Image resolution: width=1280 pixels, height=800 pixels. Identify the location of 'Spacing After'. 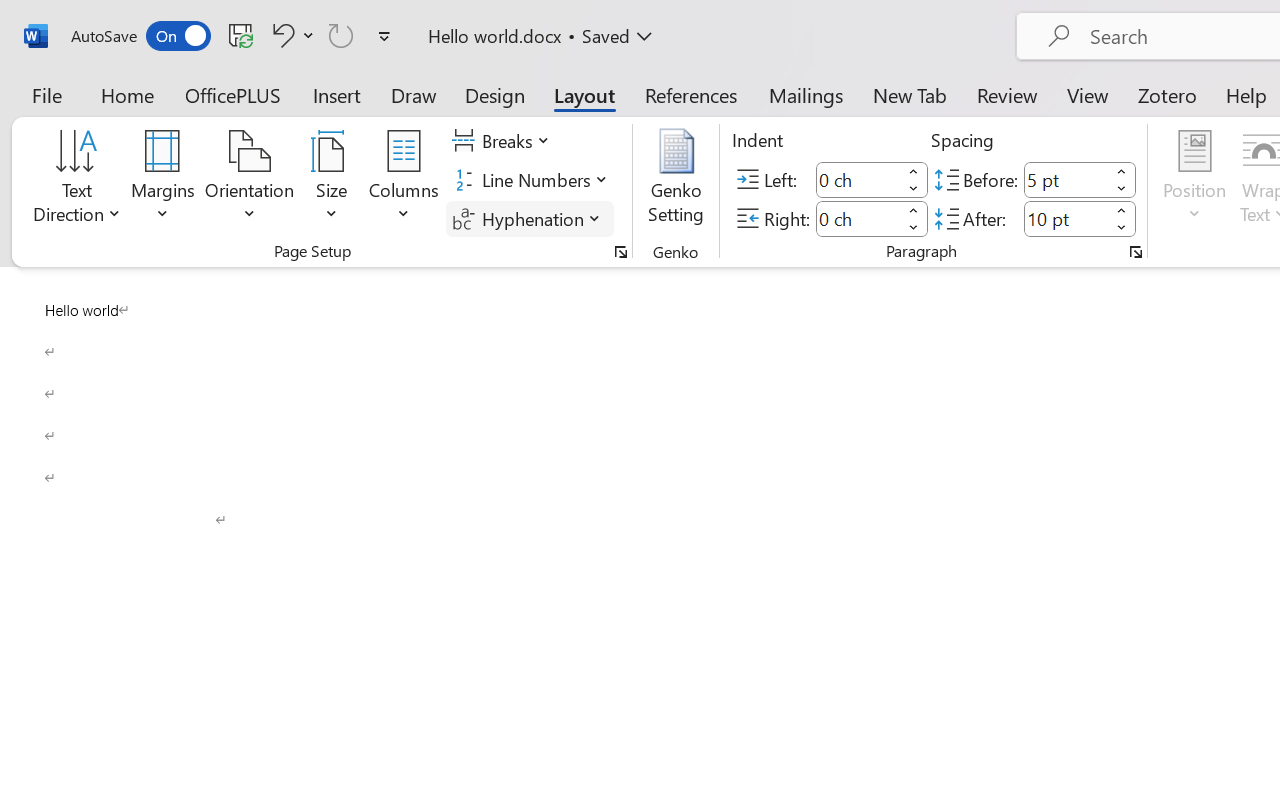
(1065, 218).